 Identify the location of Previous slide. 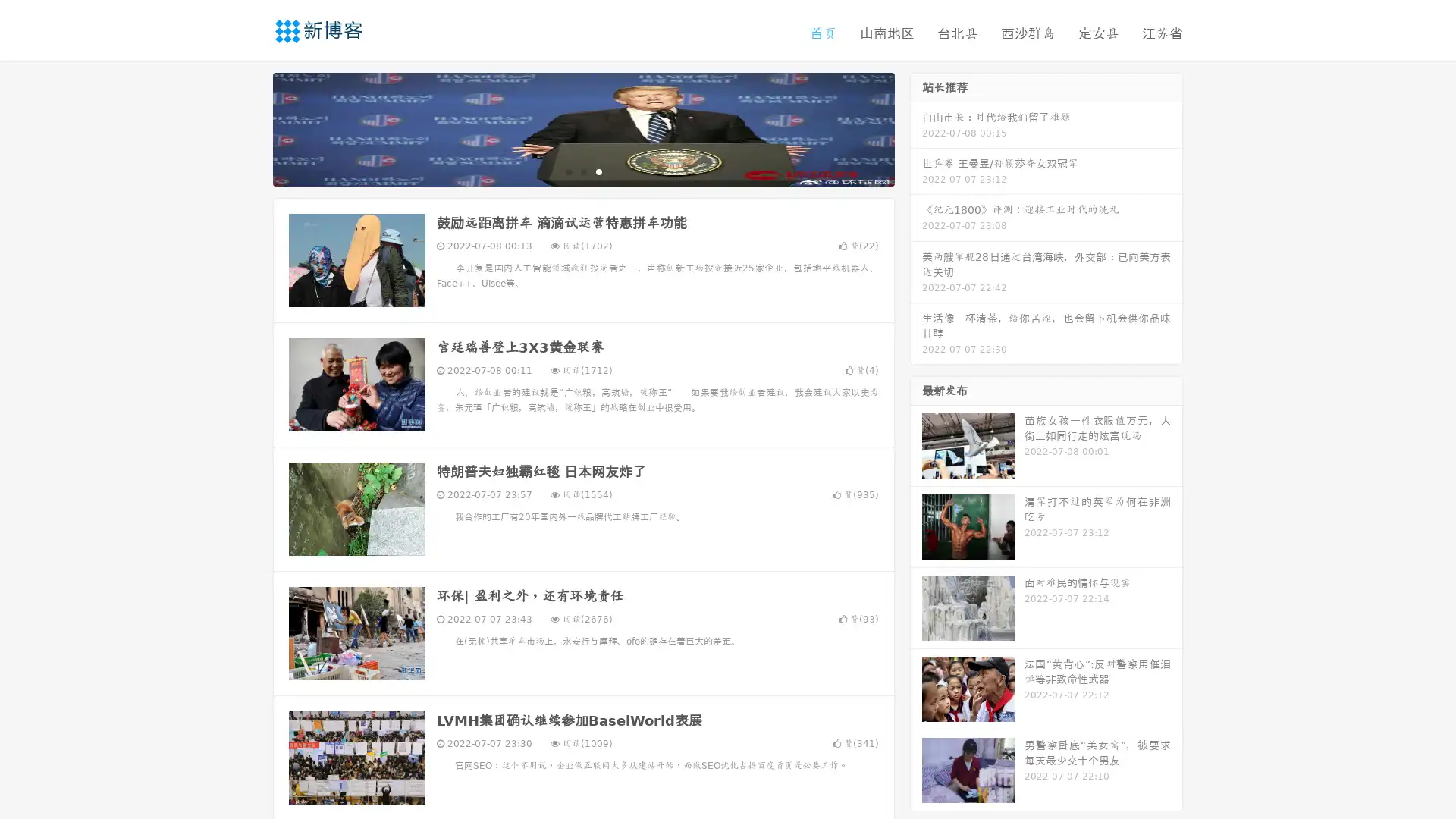
(250, 127).